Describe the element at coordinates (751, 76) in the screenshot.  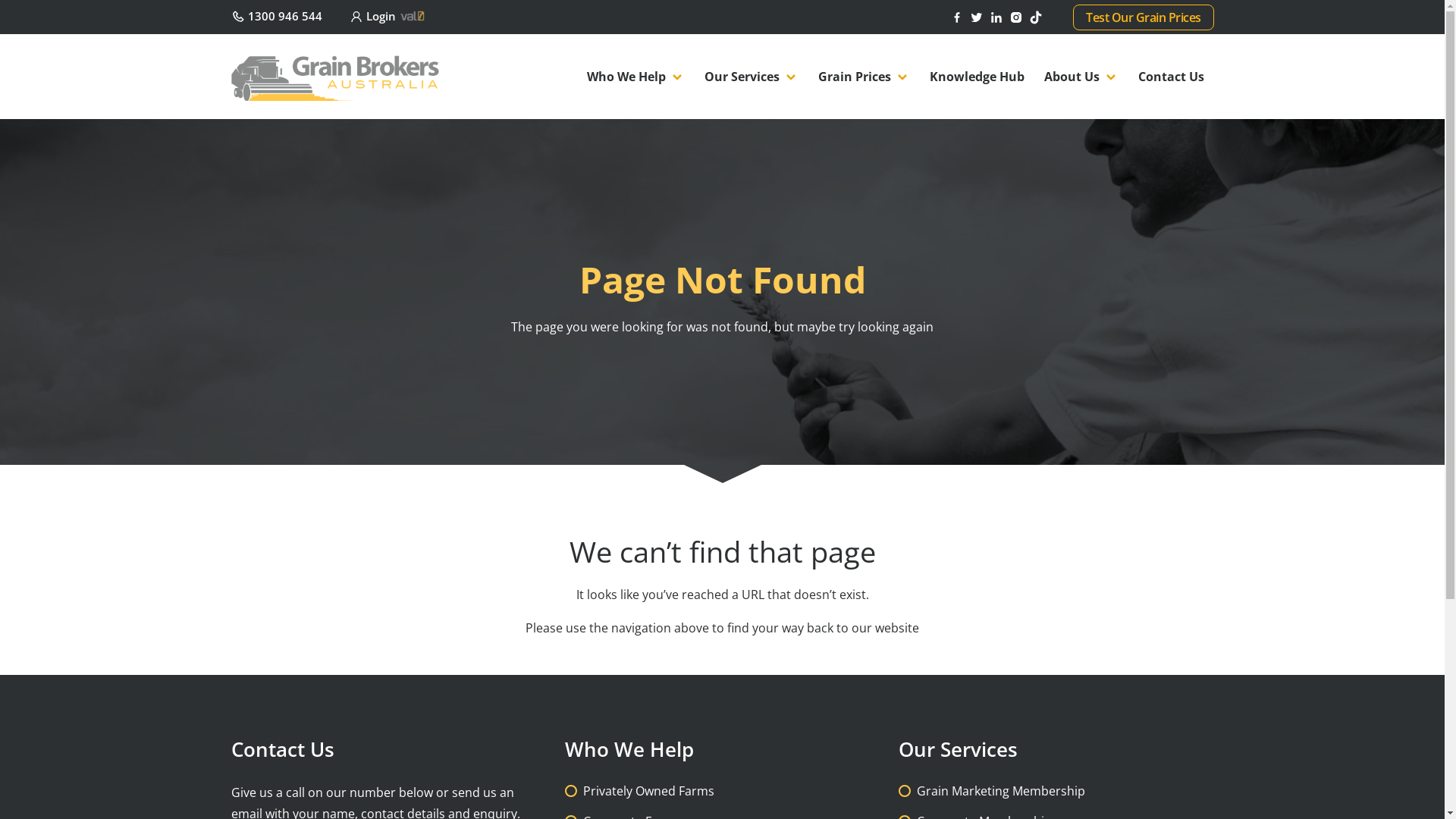
I see `'Our Services'` at that location.